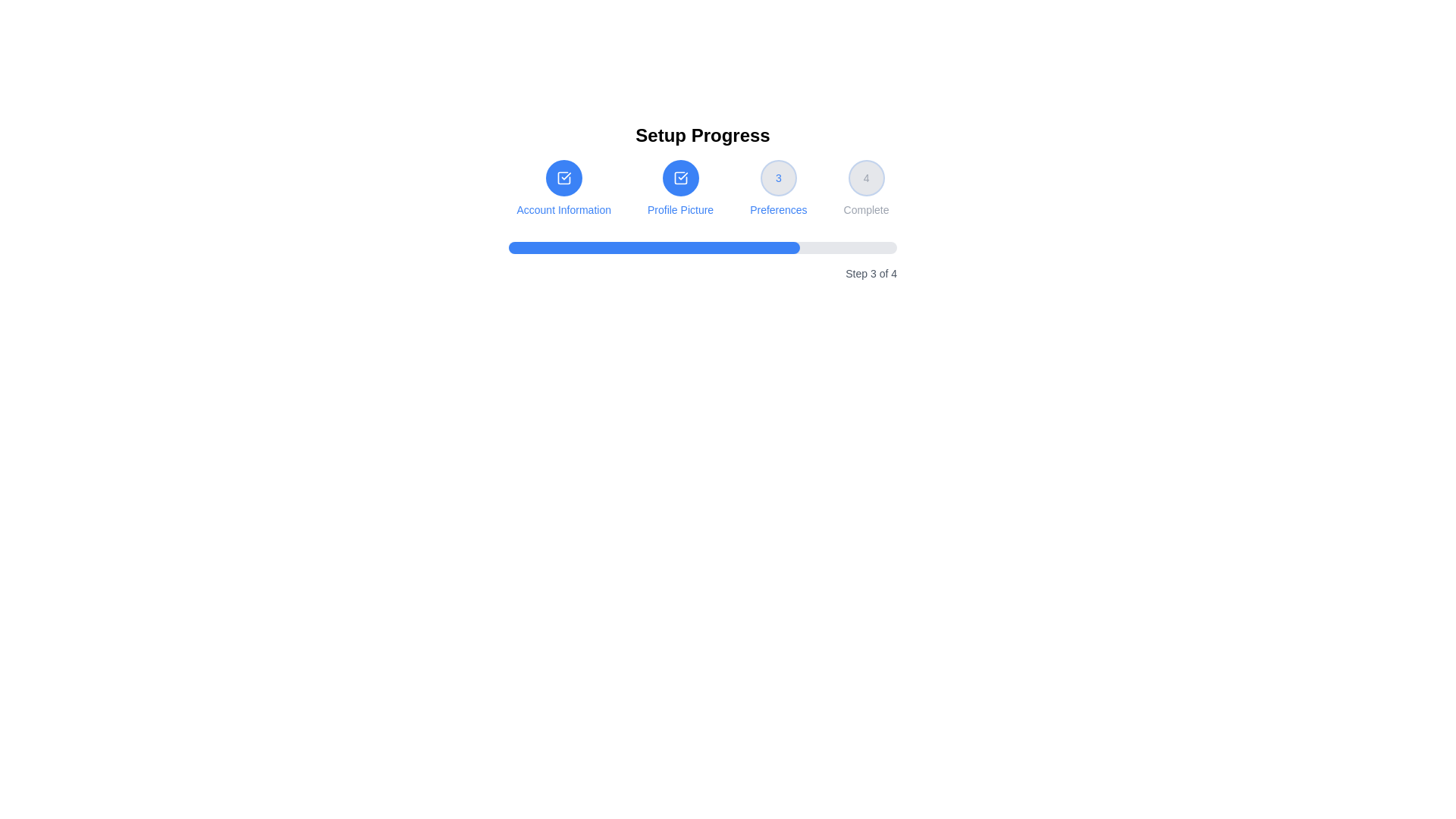 The image size is (1456, 819). I want to click on the circular Icon button displaying the number '3', which is part of a sequence on the progress bar, positioned above the 'Preferences' text, so click(778, 177).